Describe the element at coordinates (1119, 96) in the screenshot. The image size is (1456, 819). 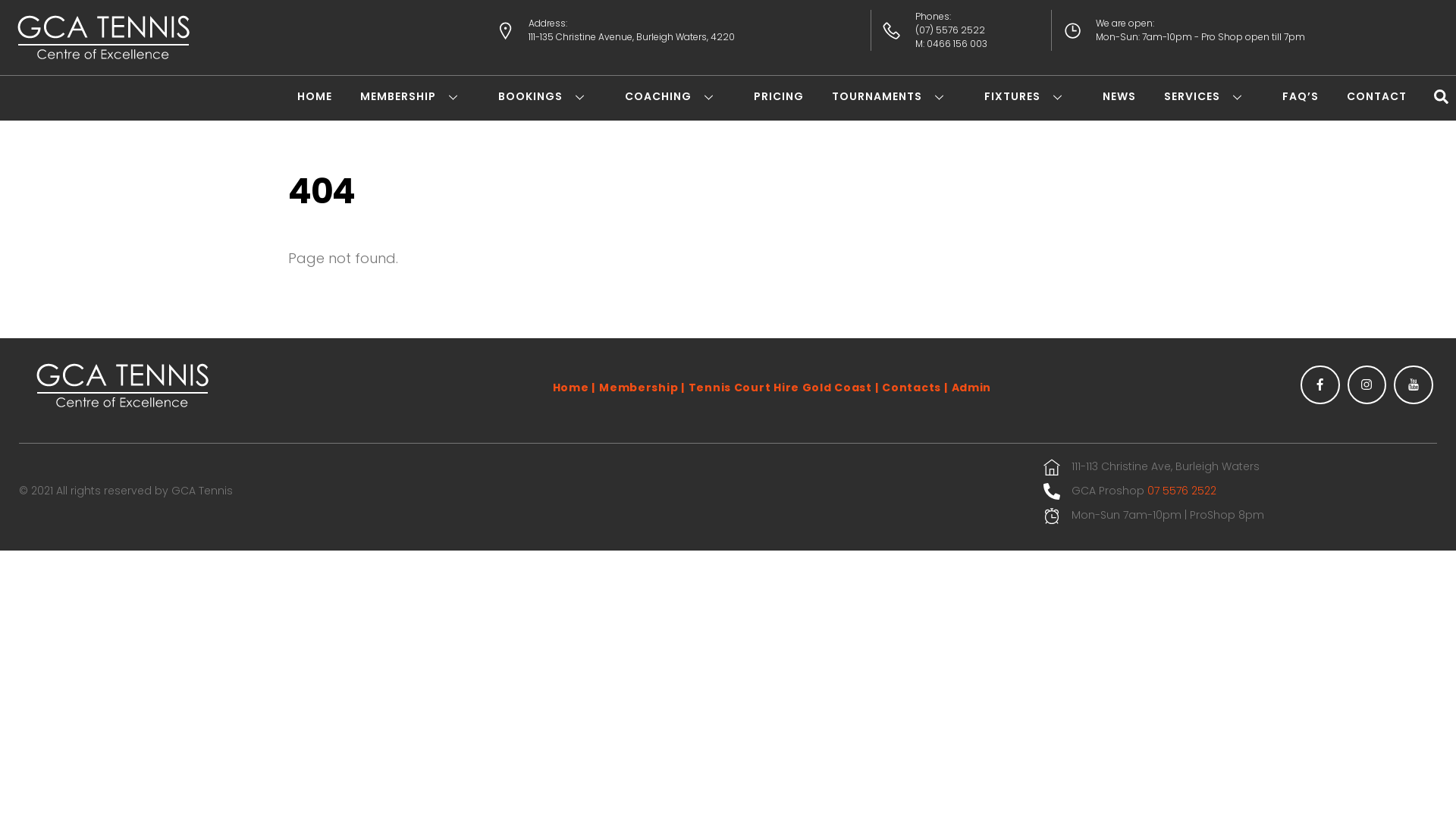
I see `'NEWS'` at that location.